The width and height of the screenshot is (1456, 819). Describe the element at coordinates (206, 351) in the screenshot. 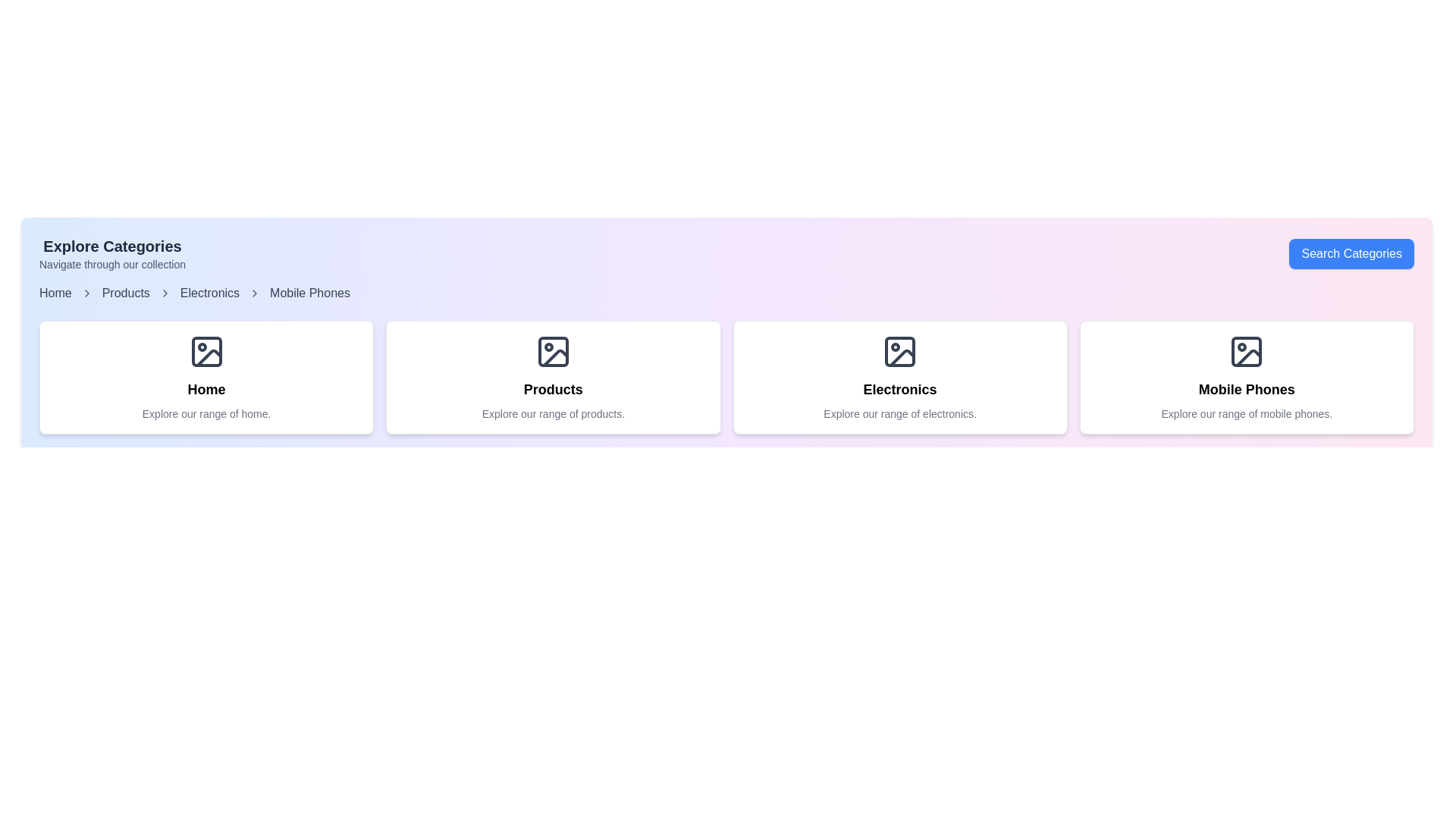

I see `the SVG icon` at that location.